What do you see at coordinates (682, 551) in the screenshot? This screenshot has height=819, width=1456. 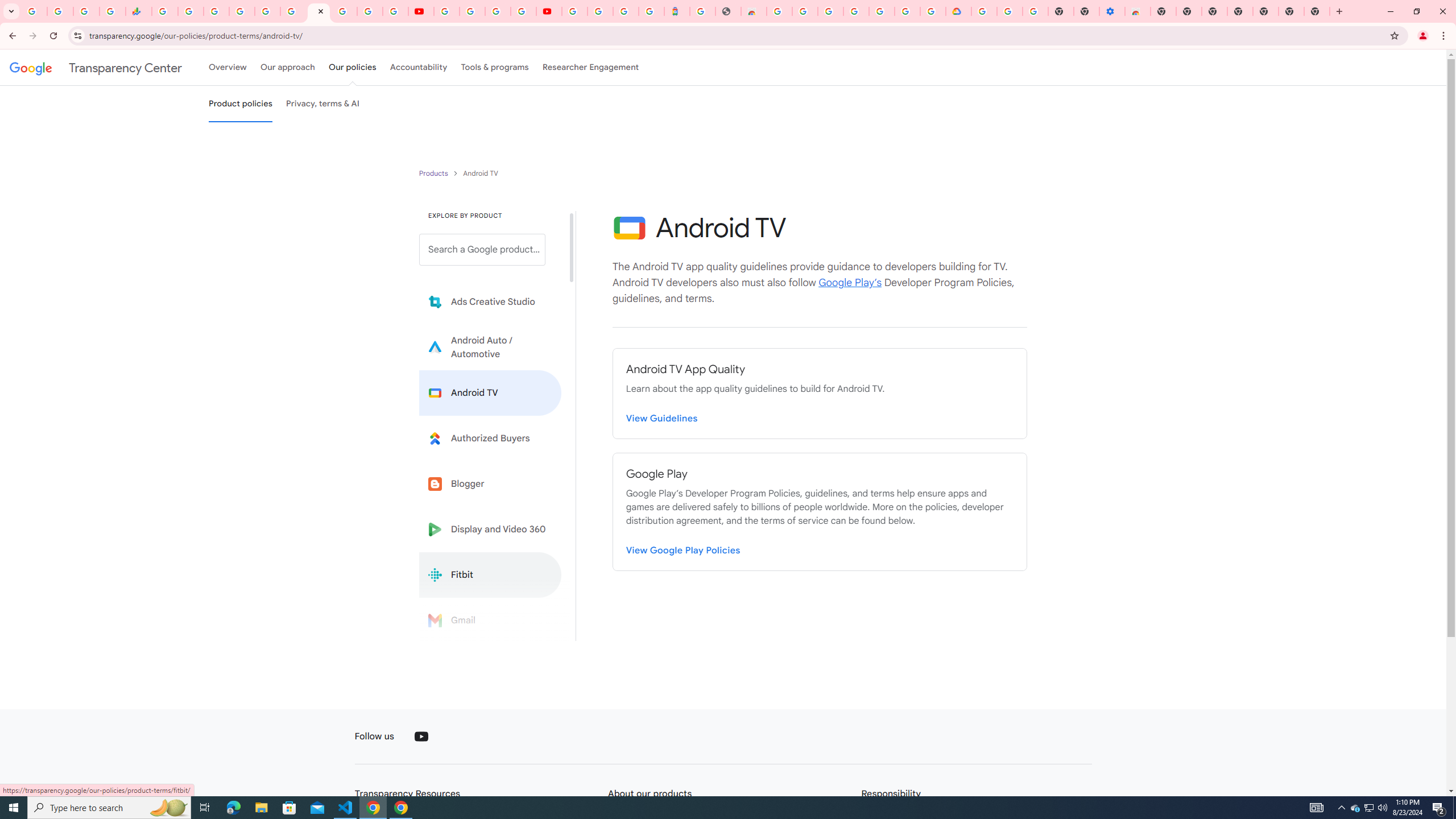 I see `'View Google Play Policies'` at bounding box center [682, 551].